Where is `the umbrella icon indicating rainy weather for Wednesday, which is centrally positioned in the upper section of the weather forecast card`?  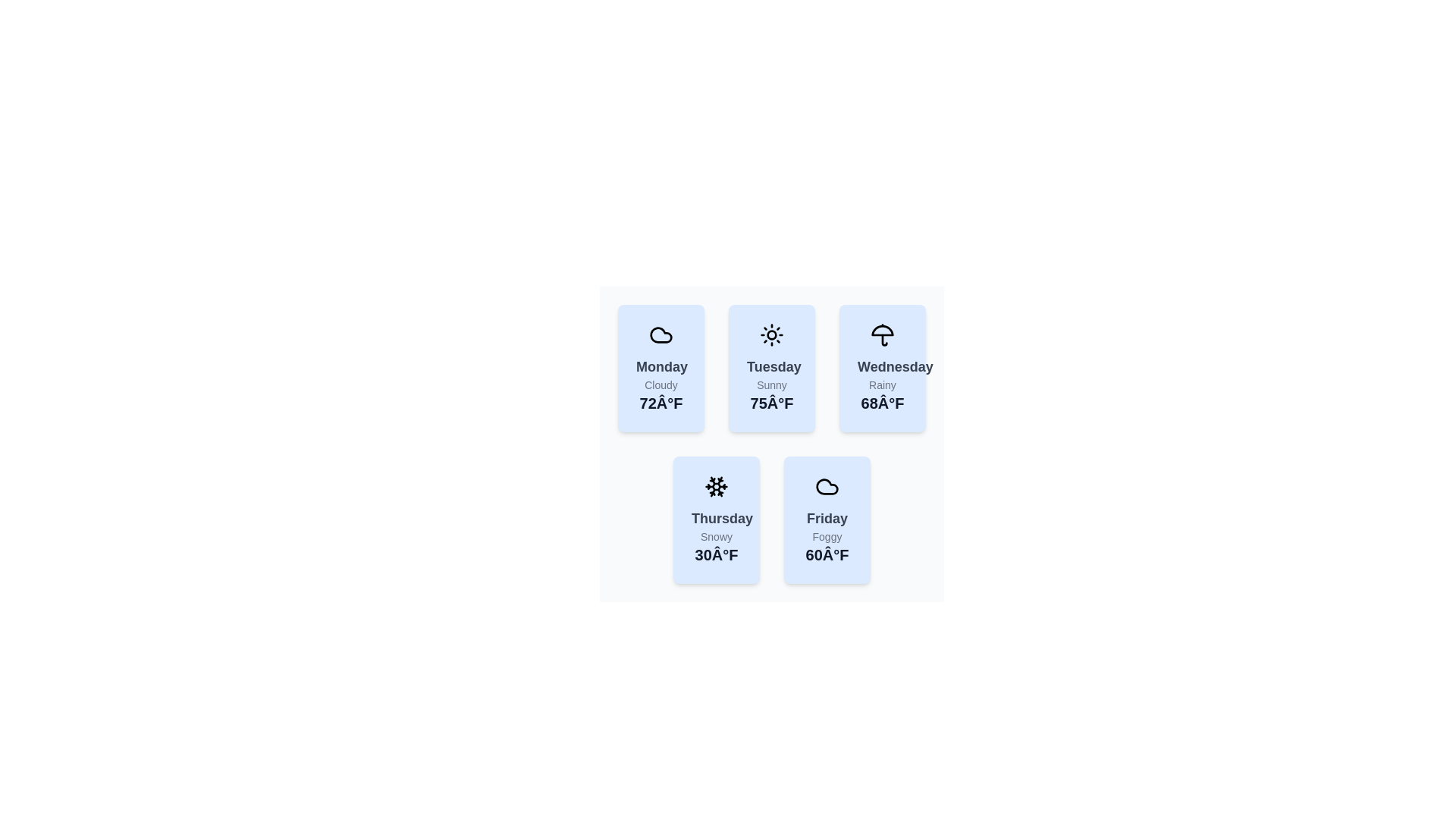
the umbrella icon indicating rainy weather for Wednesday, which is centrally positioned in the upper section of the weather forecast card is located at coordinates (882, 334).